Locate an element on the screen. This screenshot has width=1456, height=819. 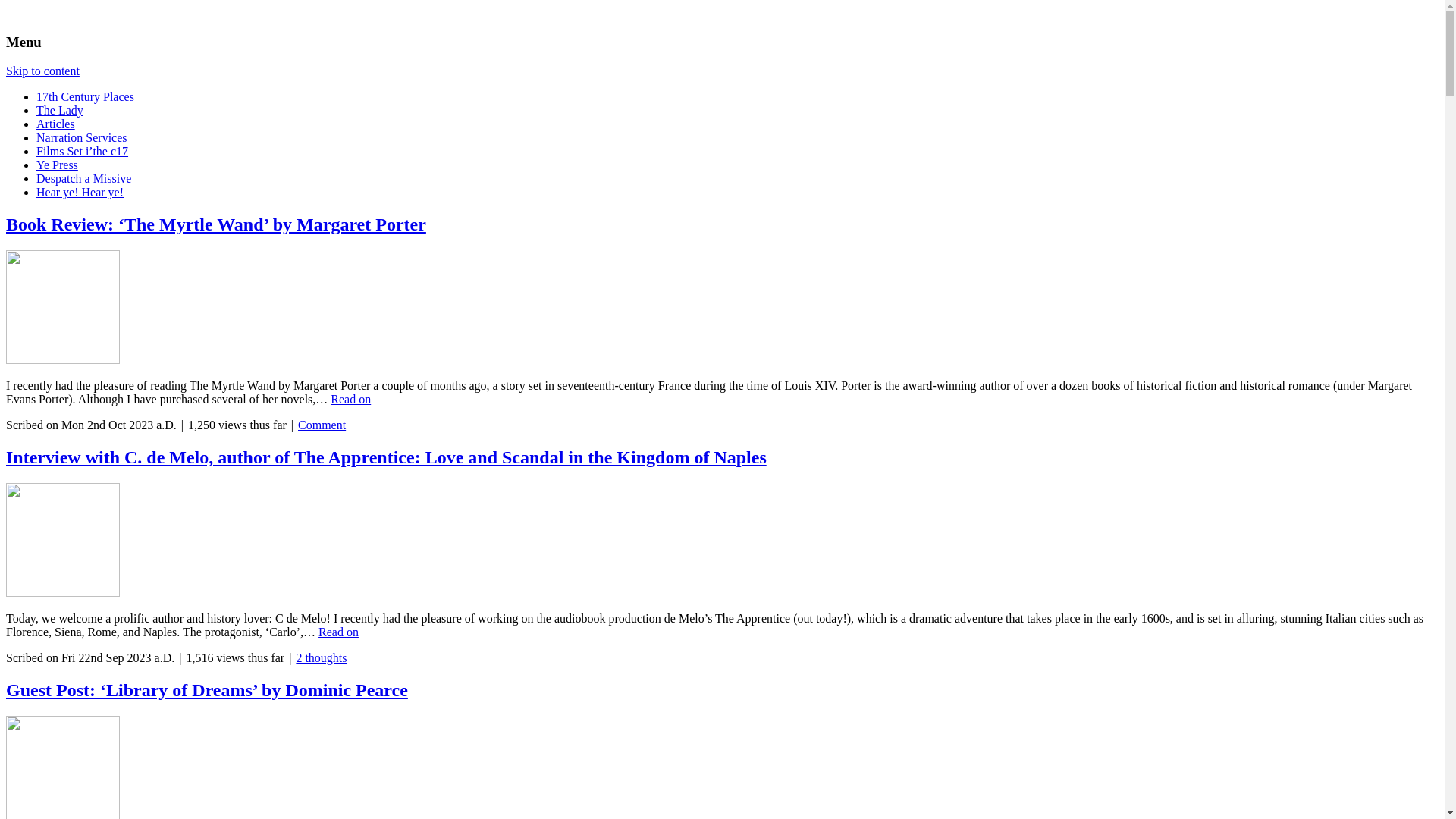
'The Lady' is located at coordinates (59, 109).